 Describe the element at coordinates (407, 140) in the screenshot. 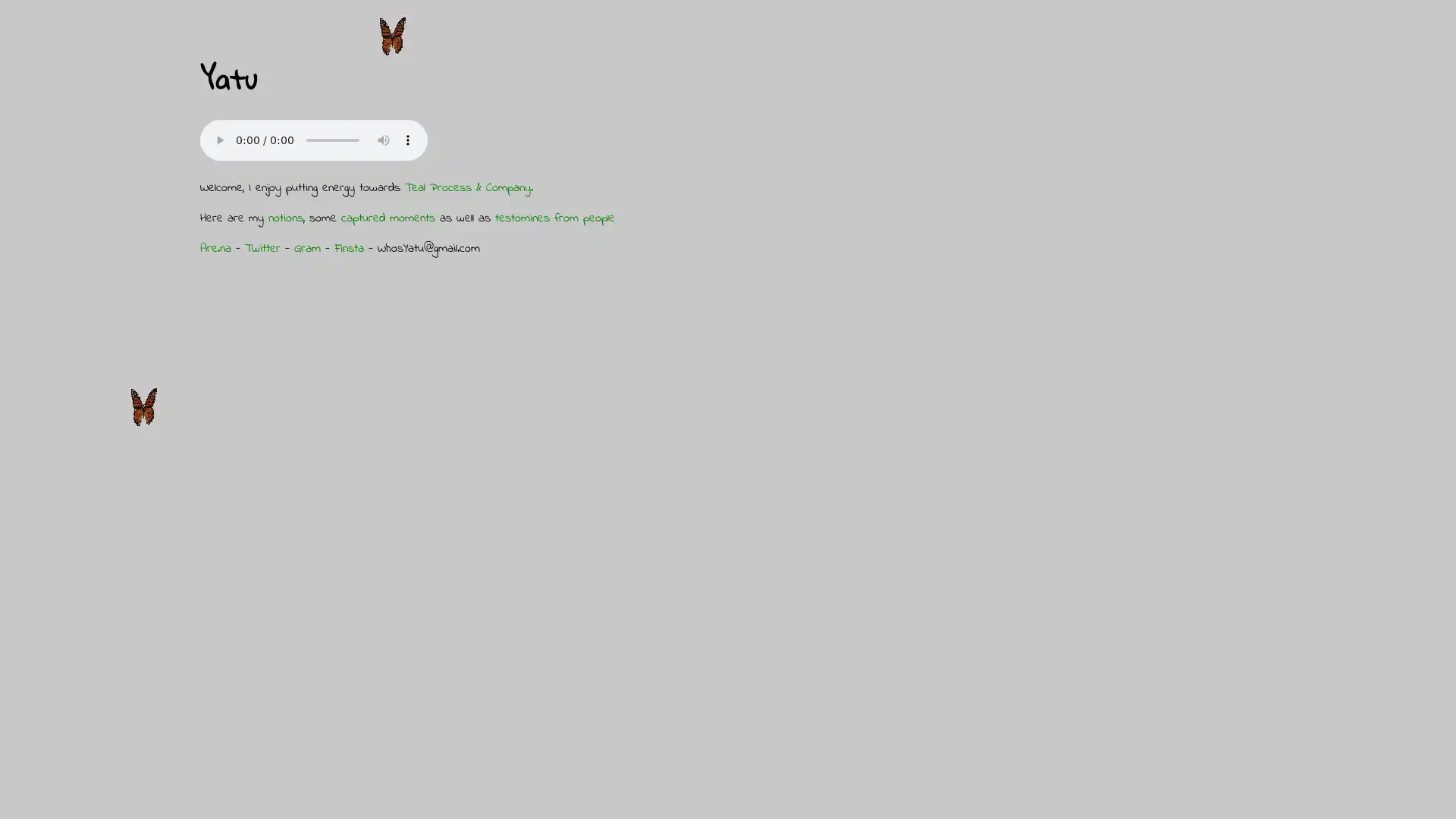

I see `show more media controls` at that location.